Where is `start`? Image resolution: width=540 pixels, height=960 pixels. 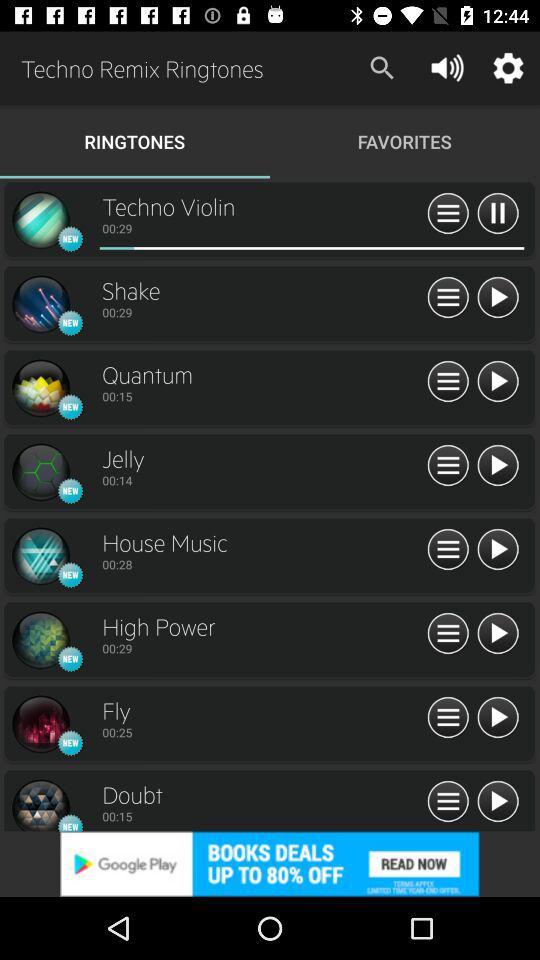
start is located at coordinates (496, 718).